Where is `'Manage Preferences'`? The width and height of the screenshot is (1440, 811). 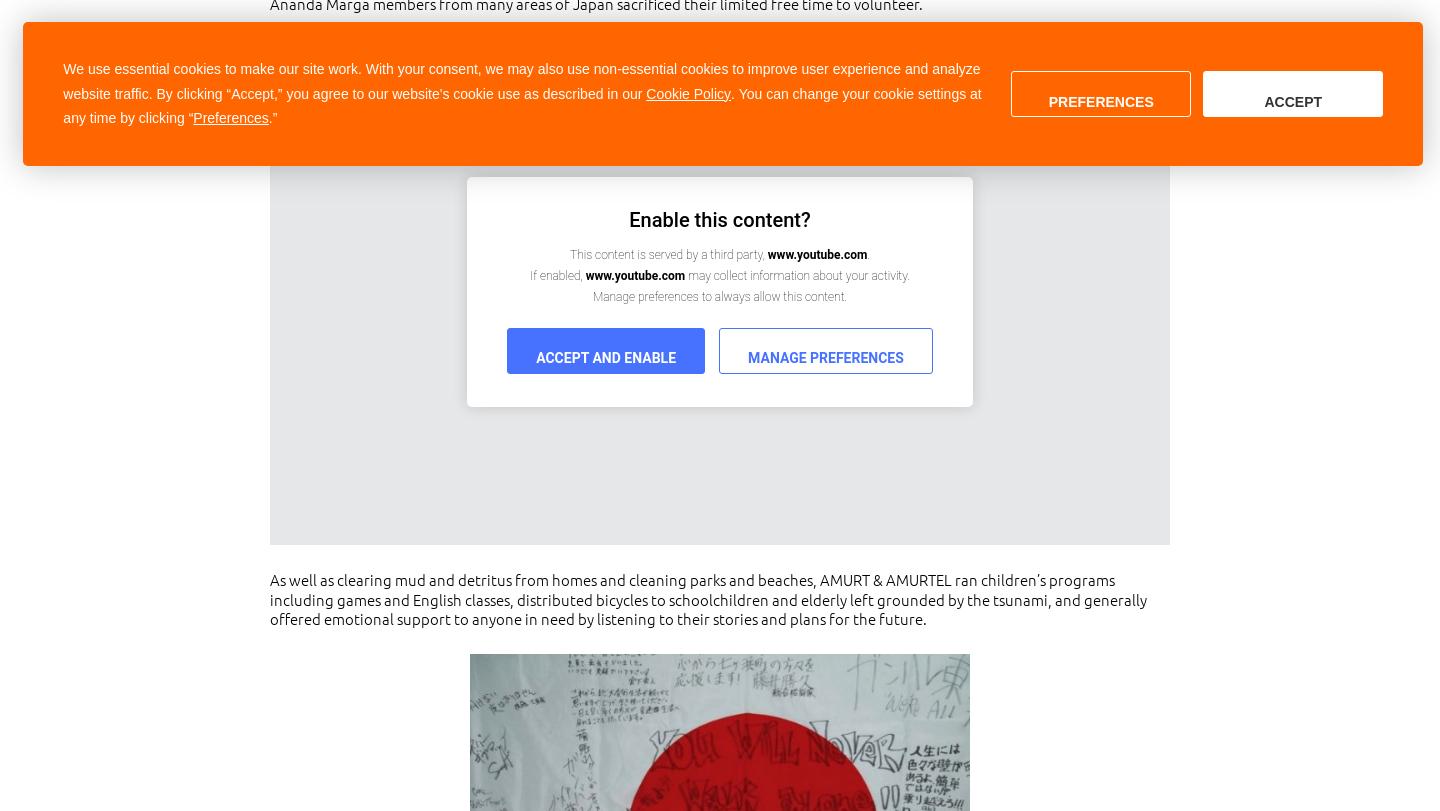
'Manage Preferences' is located at coordinates (825, 360).